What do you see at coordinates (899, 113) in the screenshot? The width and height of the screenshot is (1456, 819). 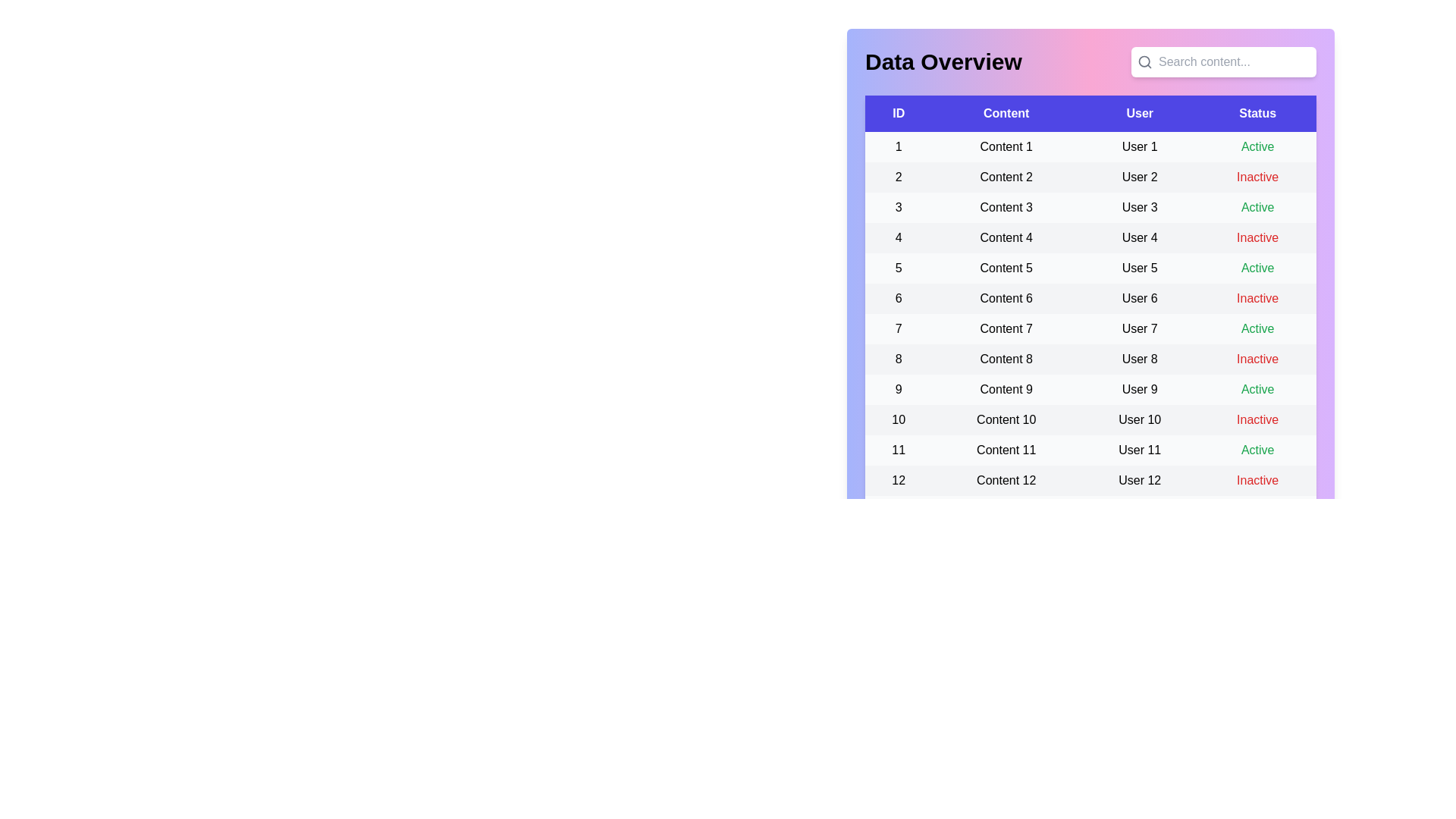 I see `the column header ID to sort the table by that column` at bounding box center [899, 113].